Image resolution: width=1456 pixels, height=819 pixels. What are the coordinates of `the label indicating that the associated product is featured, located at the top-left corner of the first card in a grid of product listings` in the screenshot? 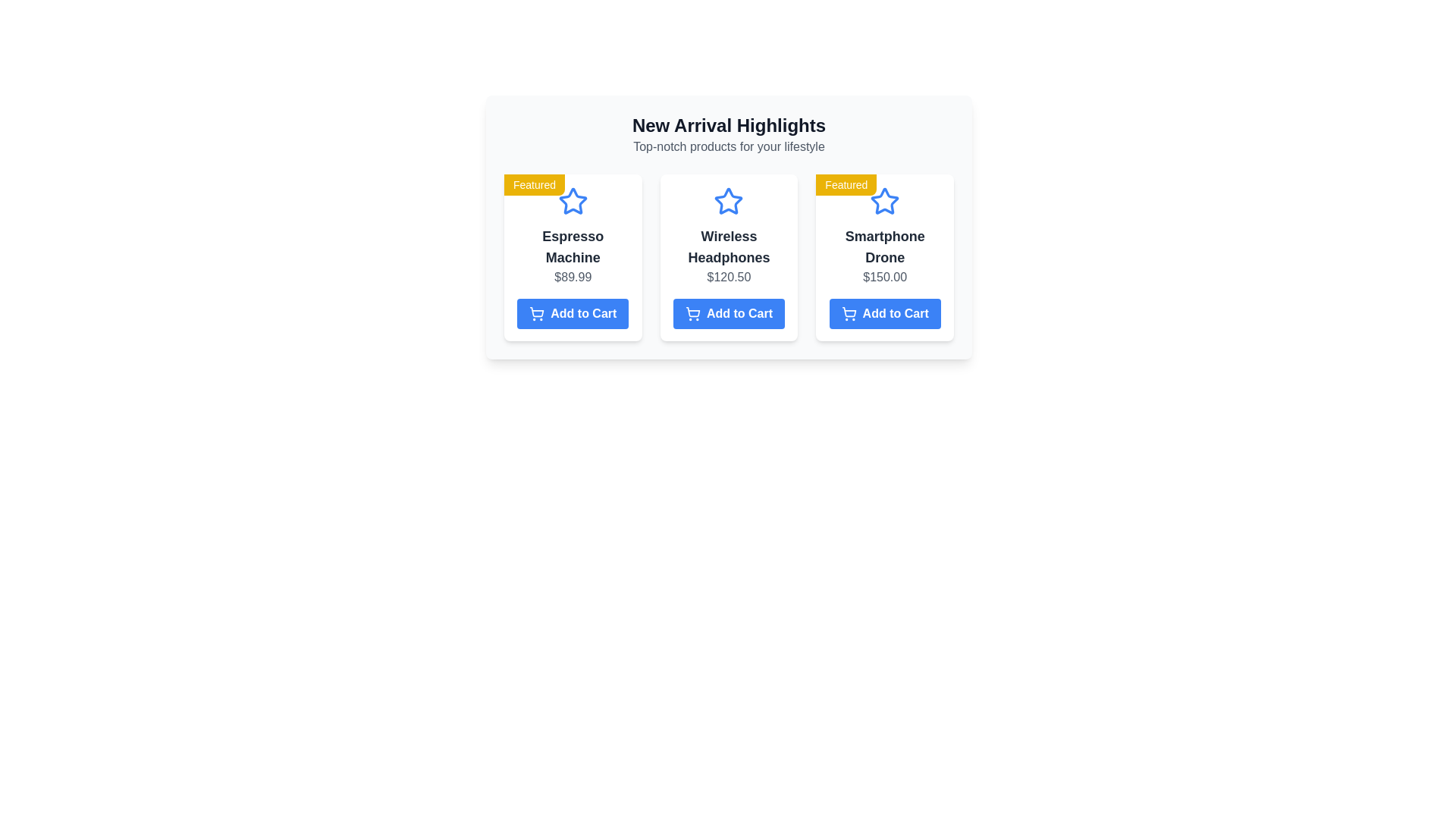 It's located at (535, 184).